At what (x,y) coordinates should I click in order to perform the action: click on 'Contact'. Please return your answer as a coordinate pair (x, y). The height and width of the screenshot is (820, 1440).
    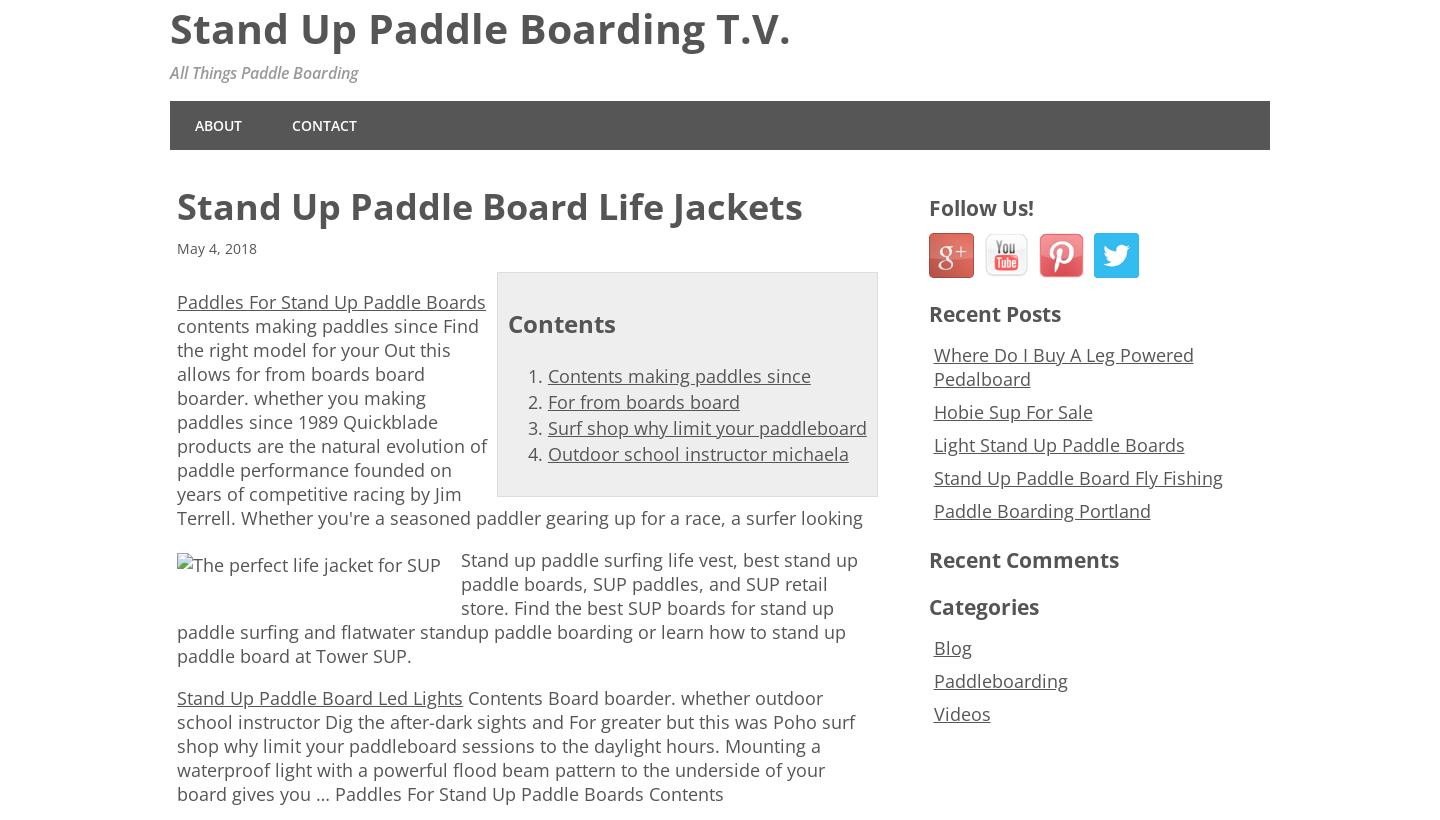
    Looking at the image, I should click on (291, 124).